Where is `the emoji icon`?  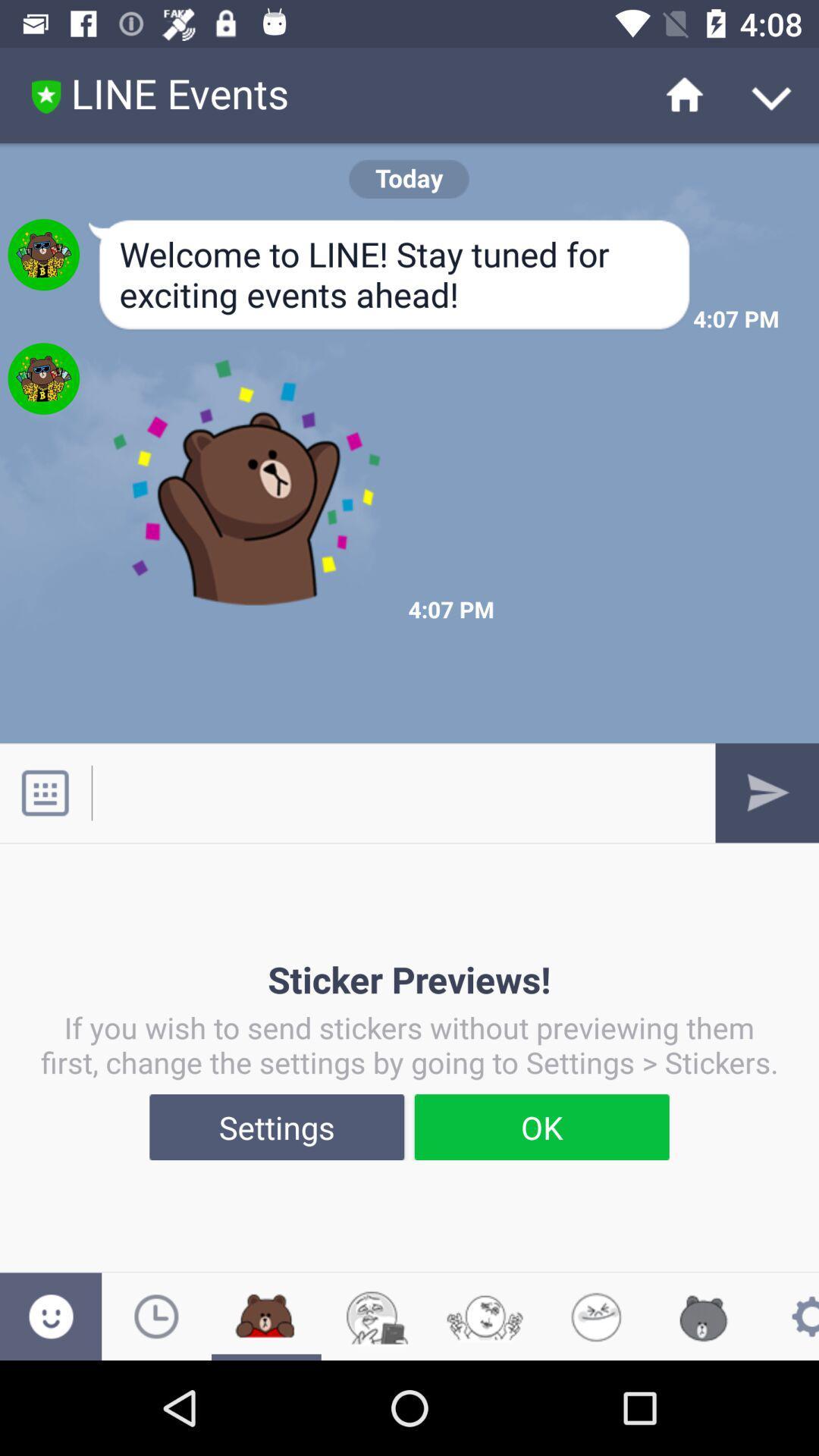 the emoji icon is located at coordinates (50, 1316).